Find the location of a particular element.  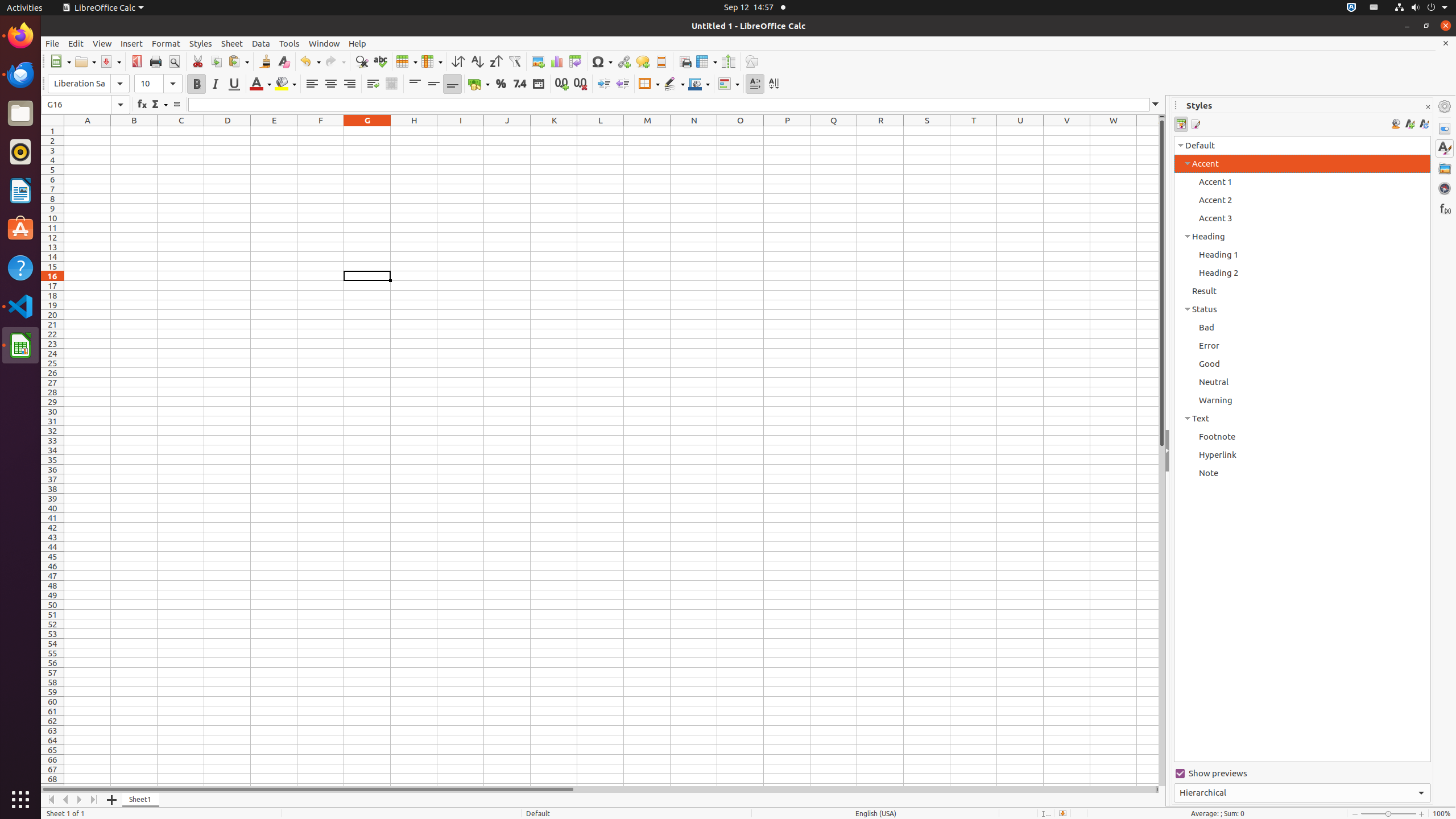

'Font Size' is located at coordinates (158, 83).